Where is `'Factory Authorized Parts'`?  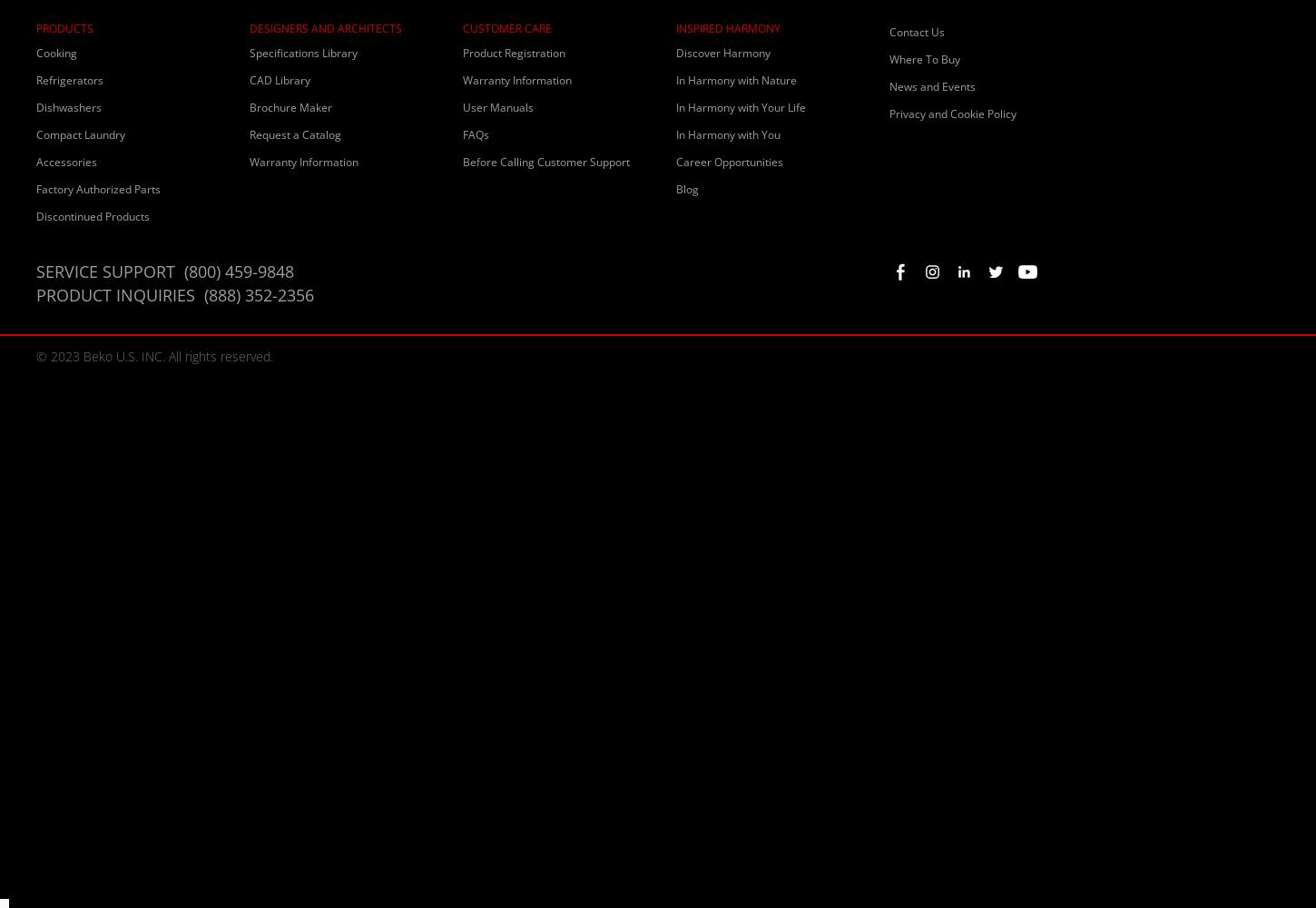
'Factory Authorized Parts' is located at coordinates (98, 188).